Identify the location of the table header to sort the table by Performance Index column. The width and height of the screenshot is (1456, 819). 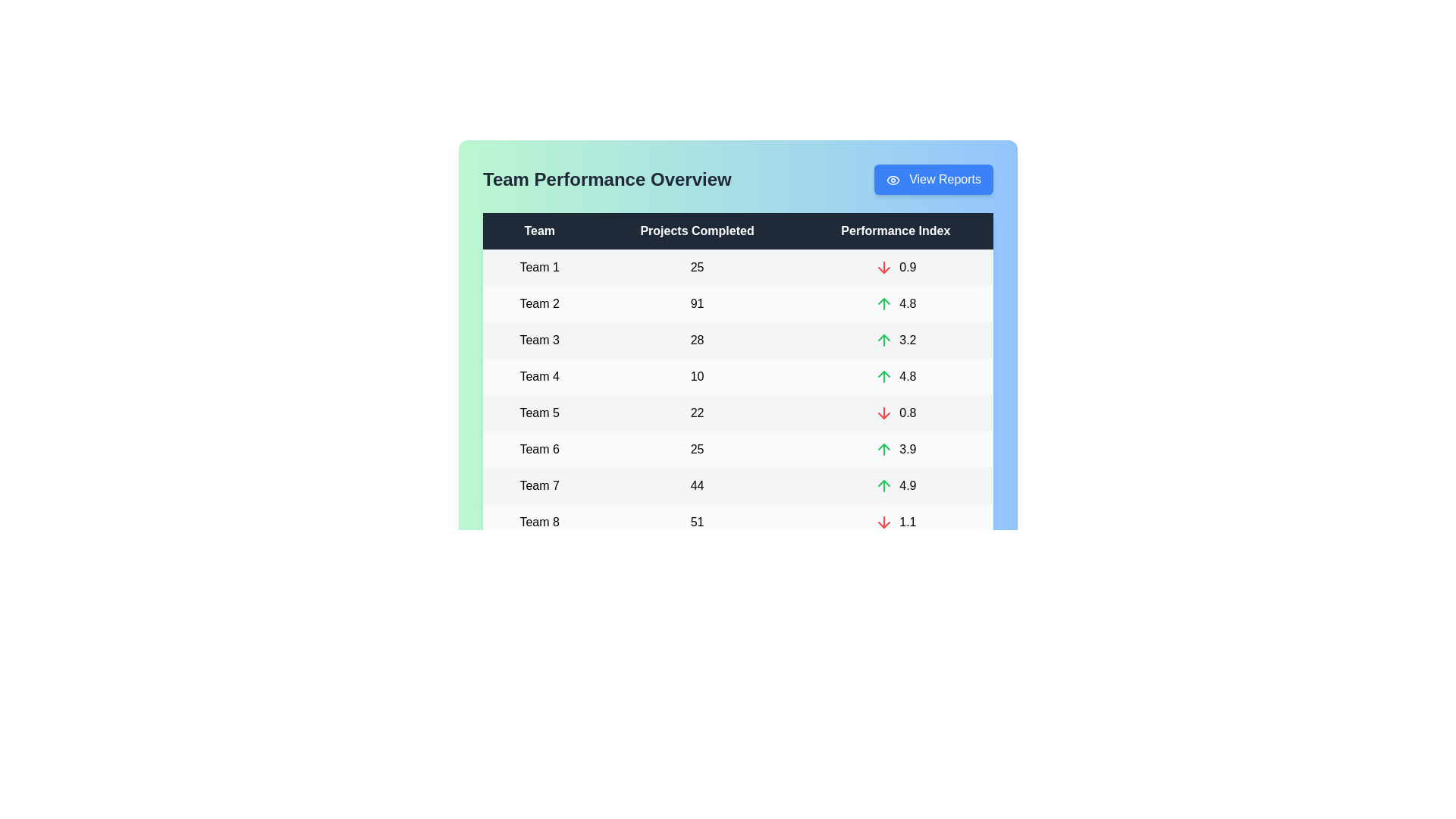
(896, 231).